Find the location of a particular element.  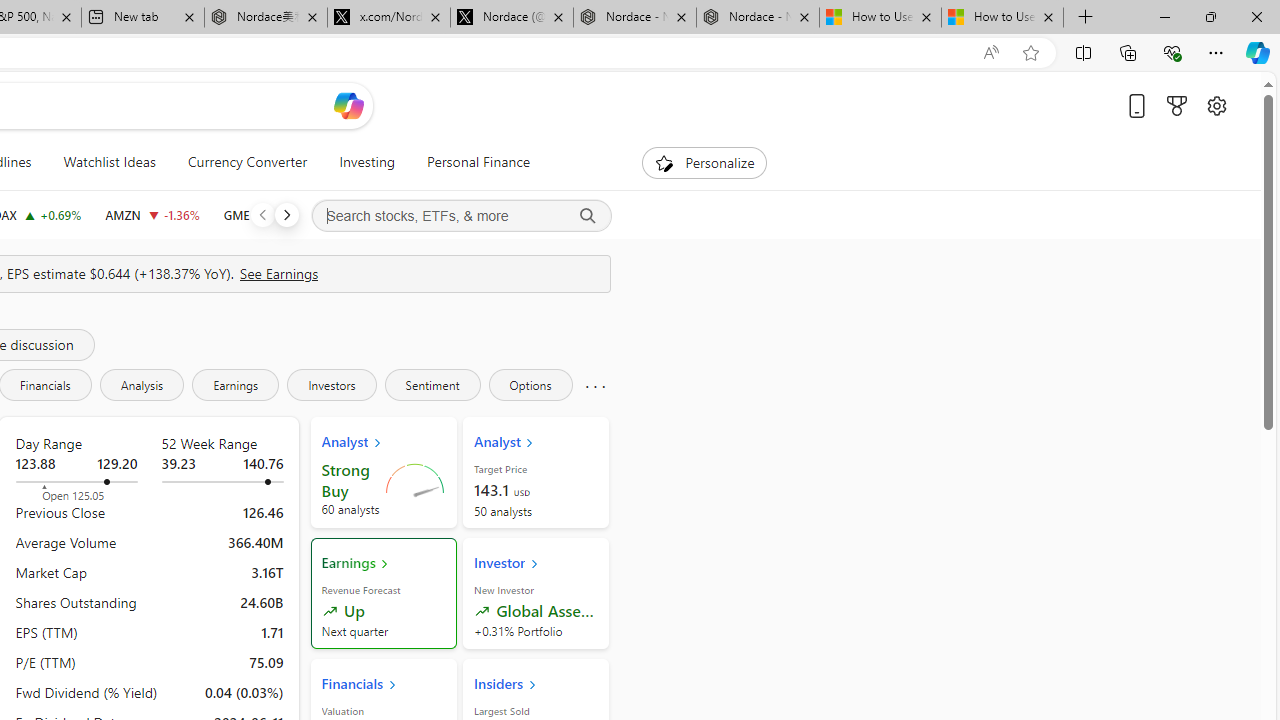

'Sentiment' is located at coordinates (431, 384).